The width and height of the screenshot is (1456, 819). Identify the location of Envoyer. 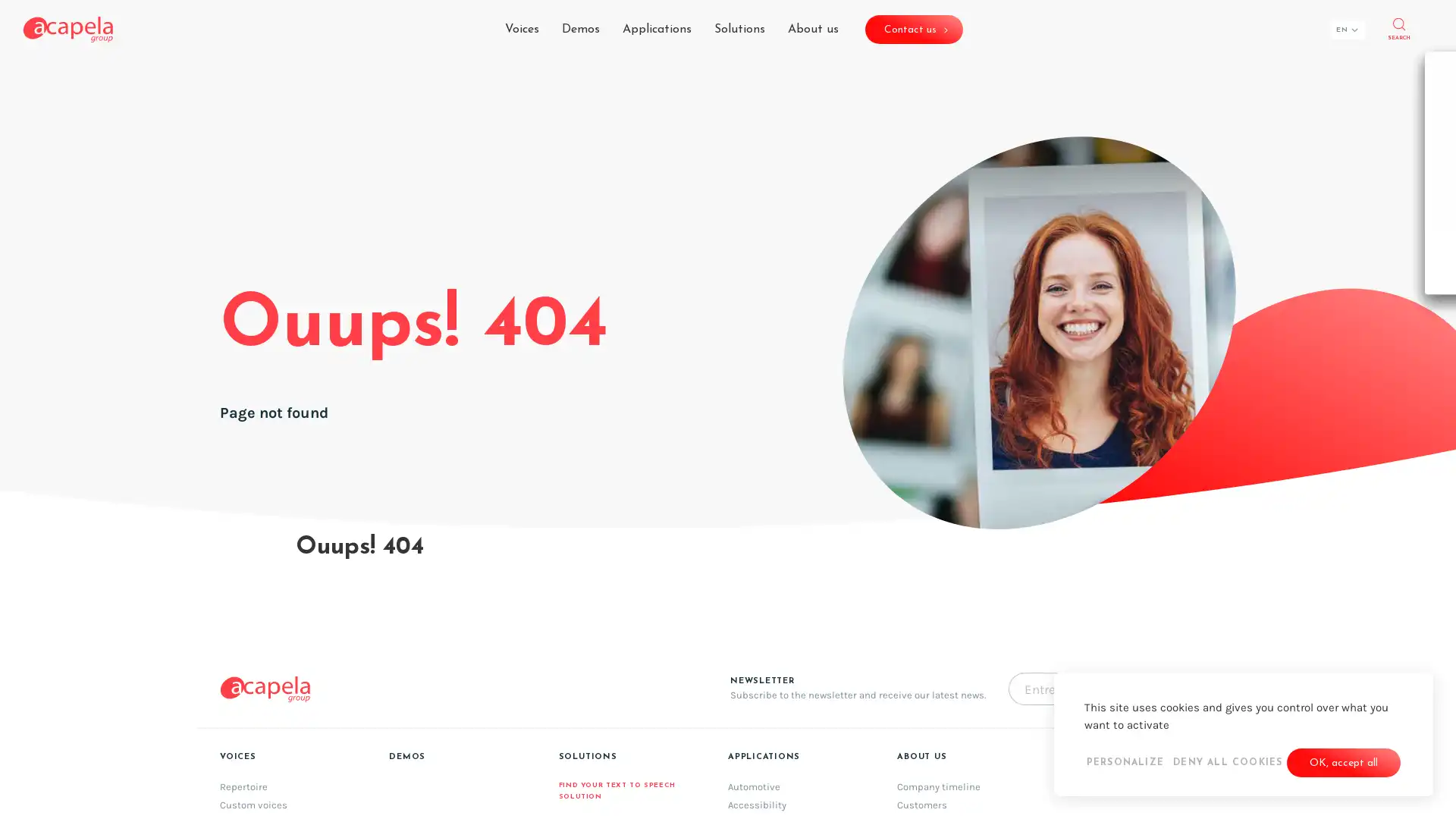
(1181, 689).